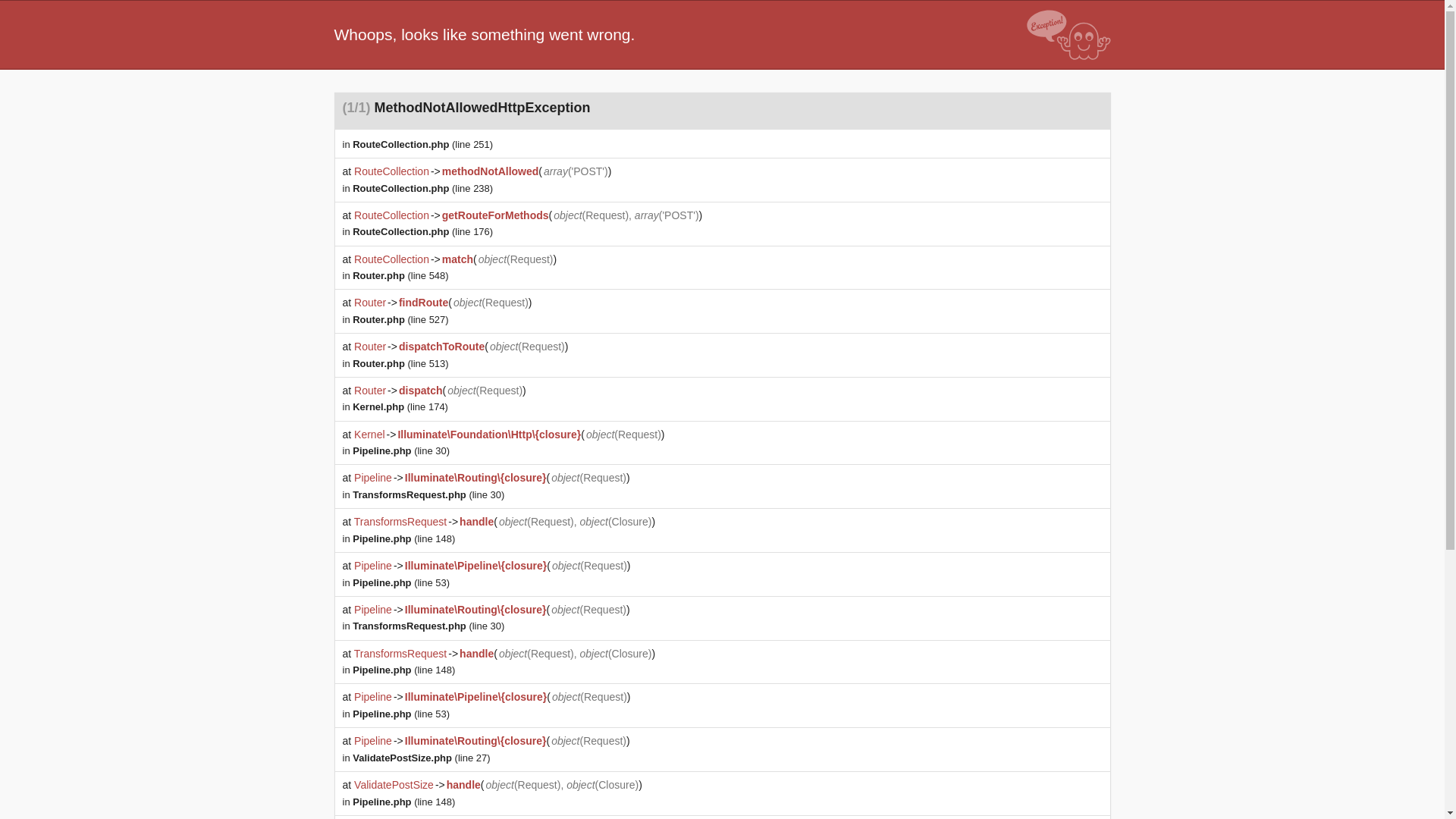  Describe the element at coordinates (352, 494) in the screenshot. I see `'TransformsRequest.php (line 30)'` at that location.